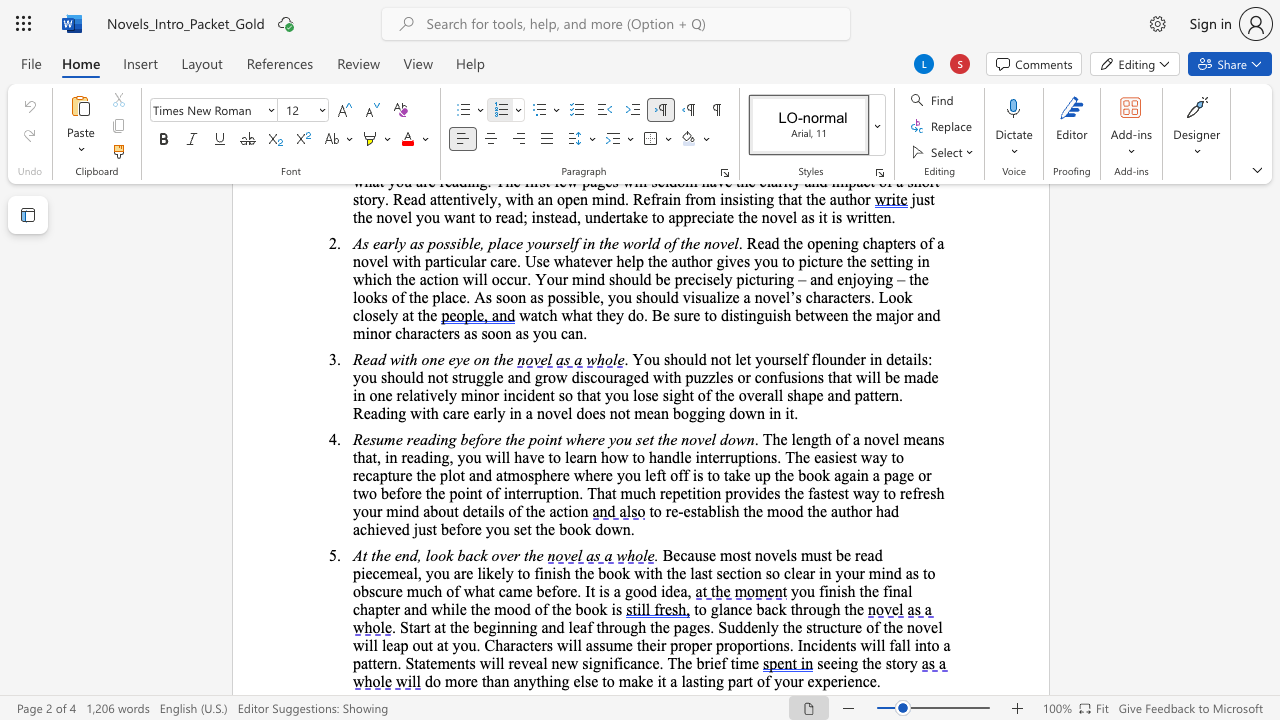 This screenshot has width=1280, height=720. What do you see at coordinates (846, 438) in the screenshot?
I see `the 1th character "f" in the text` at bounding box center [846, 438].